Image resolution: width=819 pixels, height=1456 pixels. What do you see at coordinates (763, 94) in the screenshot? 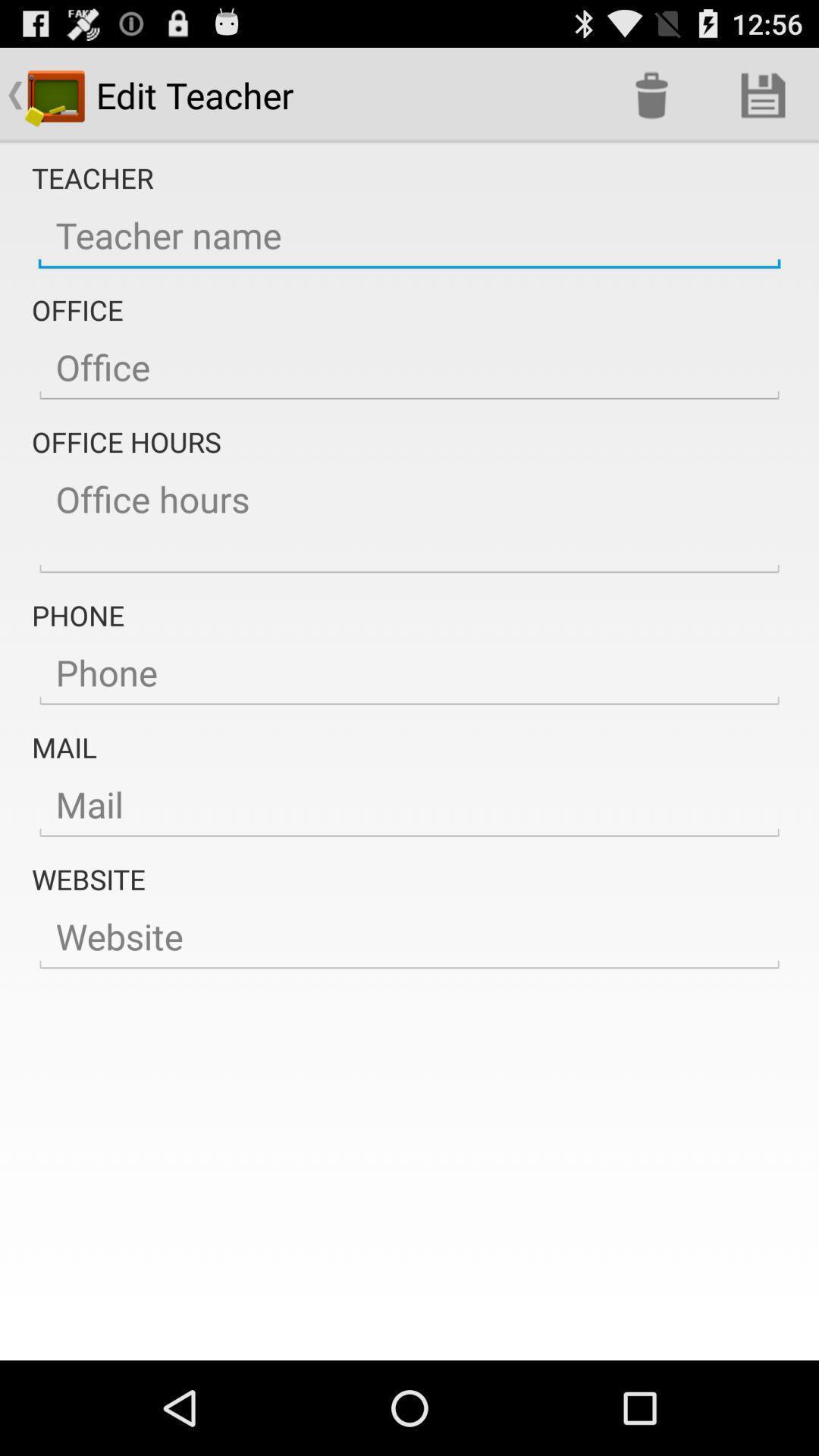
I see `save icon` at bounding box center [763, 94].